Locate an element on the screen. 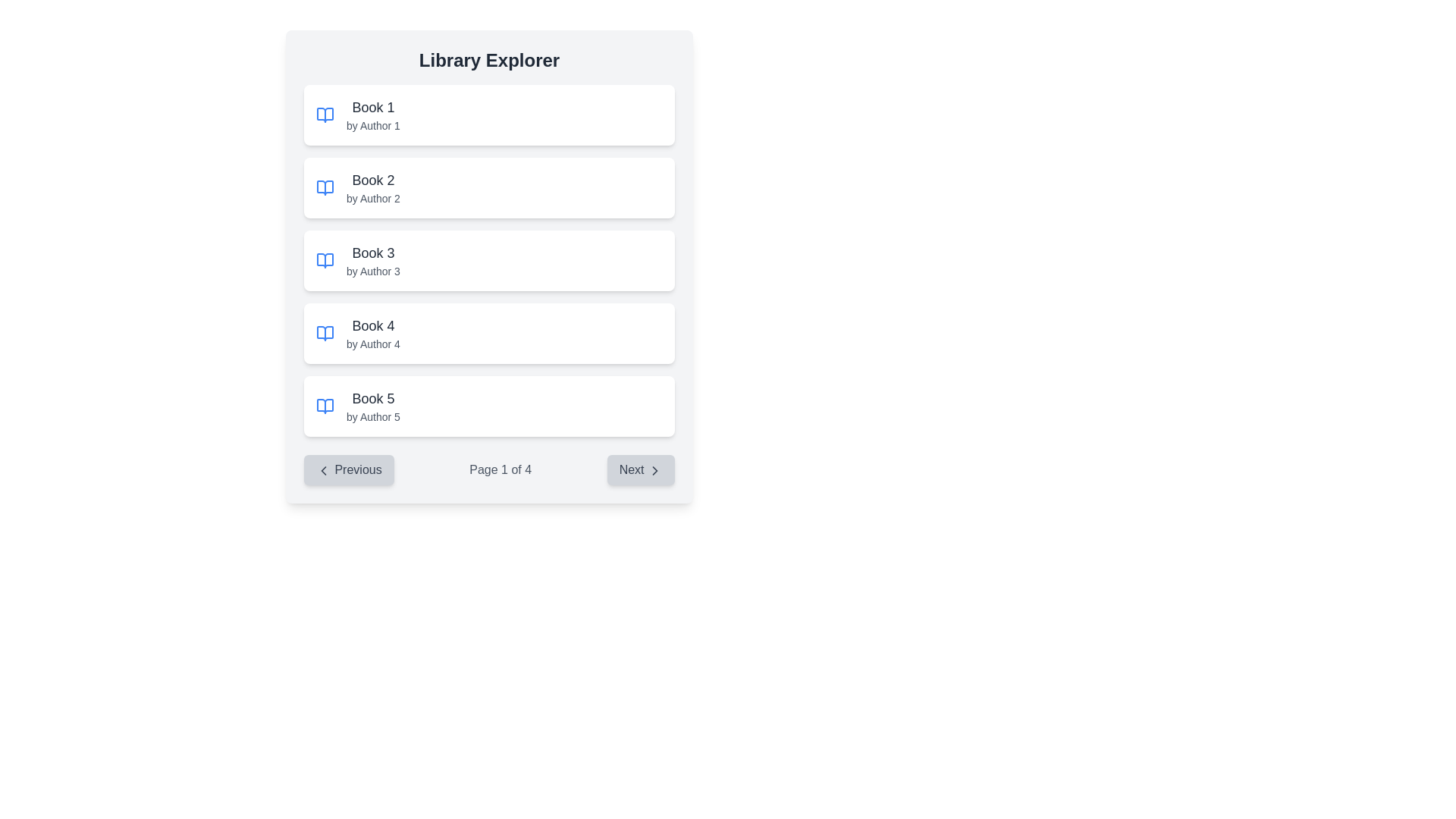 Image resolution: width=1456 pixels, height=819 pixels. the previous page button located in the bottom-left section of the pagination control area, which is positioned to the left of the 'Page 1 of 4' text is located at coordinates (348, 469).